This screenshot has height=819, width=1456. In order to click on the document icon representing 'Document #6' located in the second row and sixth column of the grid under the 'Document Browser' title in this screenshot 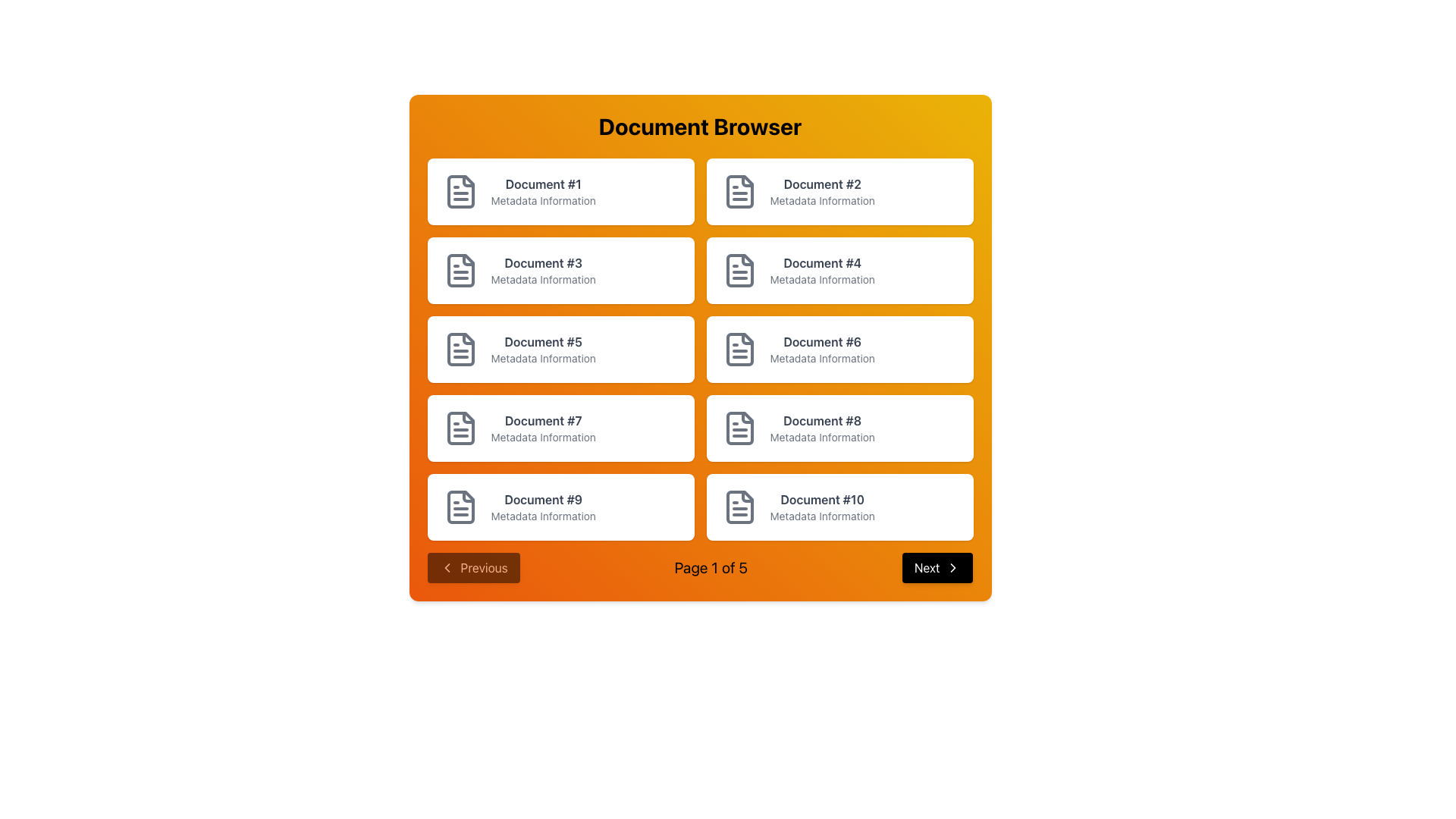, I will do `click(739, 350)`.